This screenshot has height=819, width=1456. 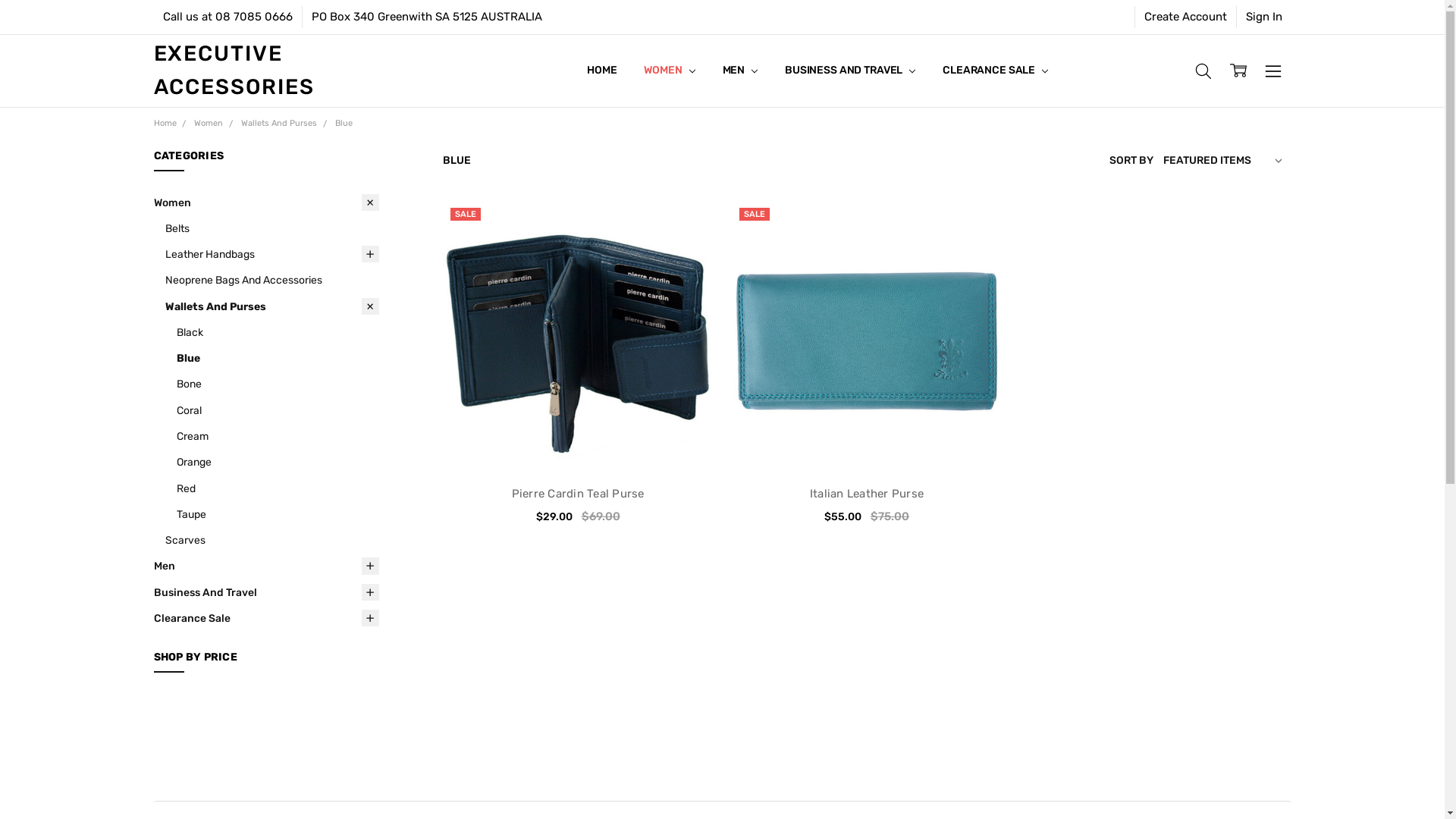 I want to click on 'Turquoise Leather Wallet', so click(x=866, y=334).